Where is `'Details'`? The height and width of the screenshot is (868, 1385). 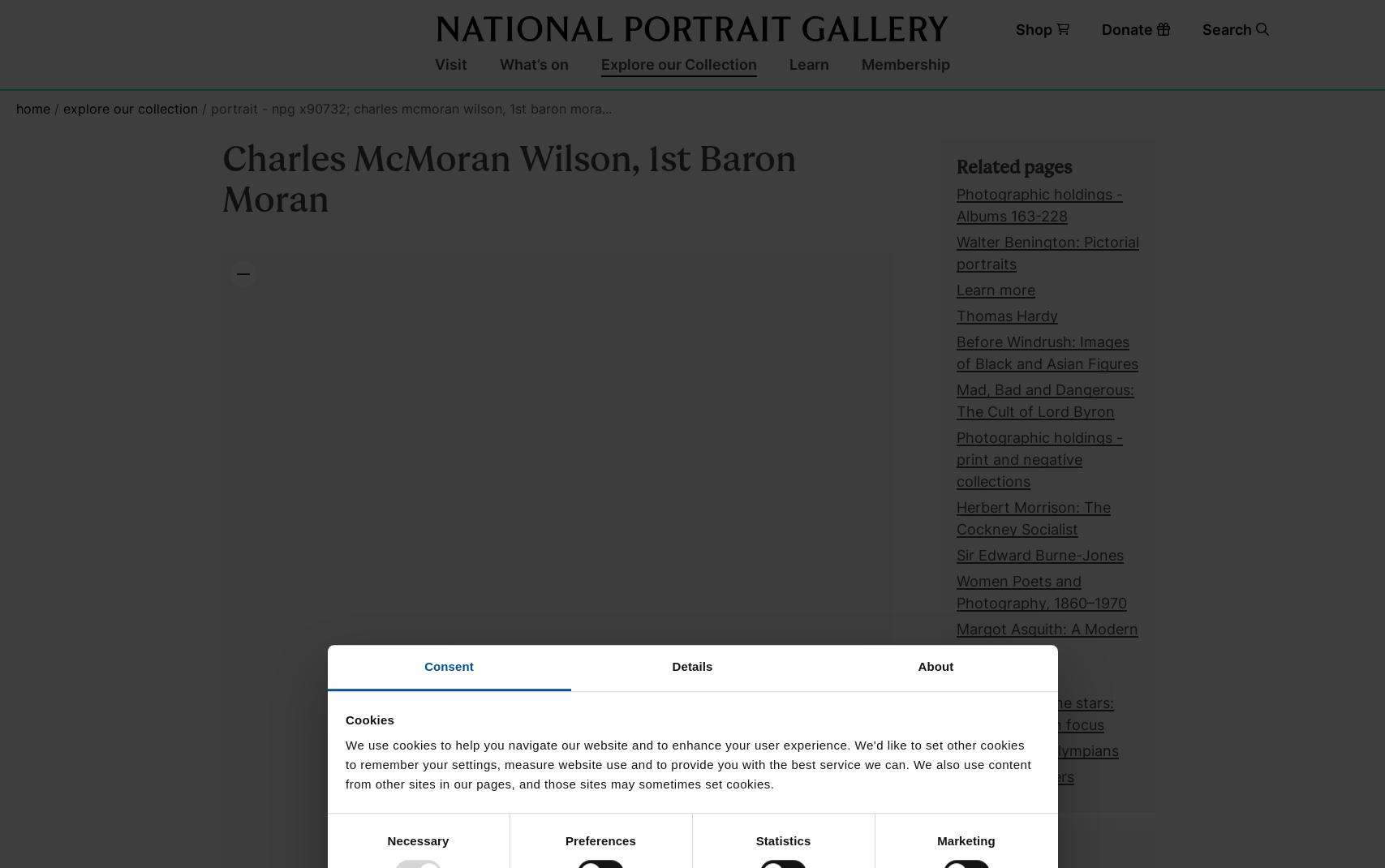
'Details' is located at coordinates (691, 666).